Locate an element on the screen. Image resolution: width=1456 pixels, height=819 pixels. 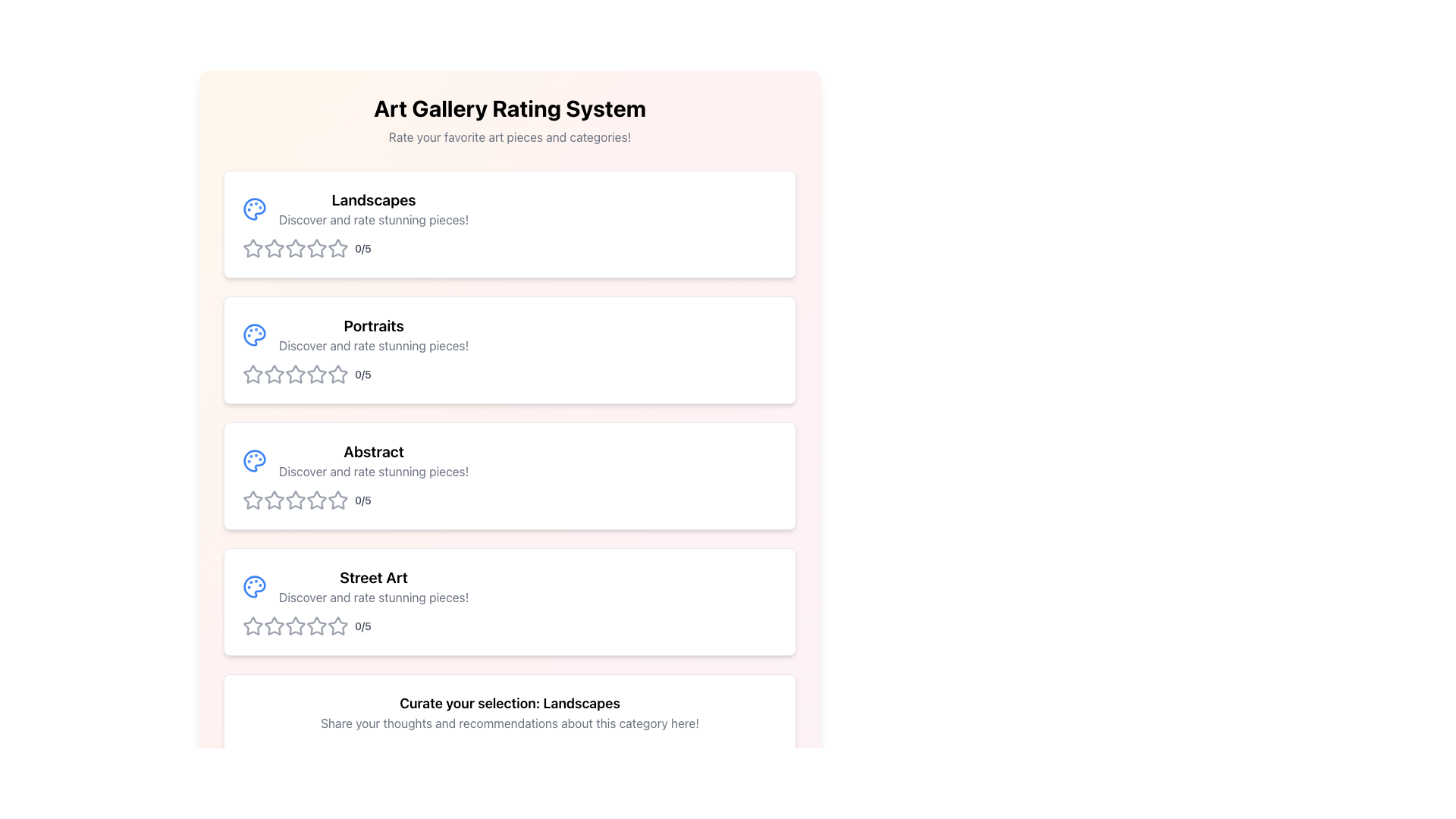
the second star rating button in the 'Abstract' section of the rating interface to rate it is located at coordinates (295, 500).